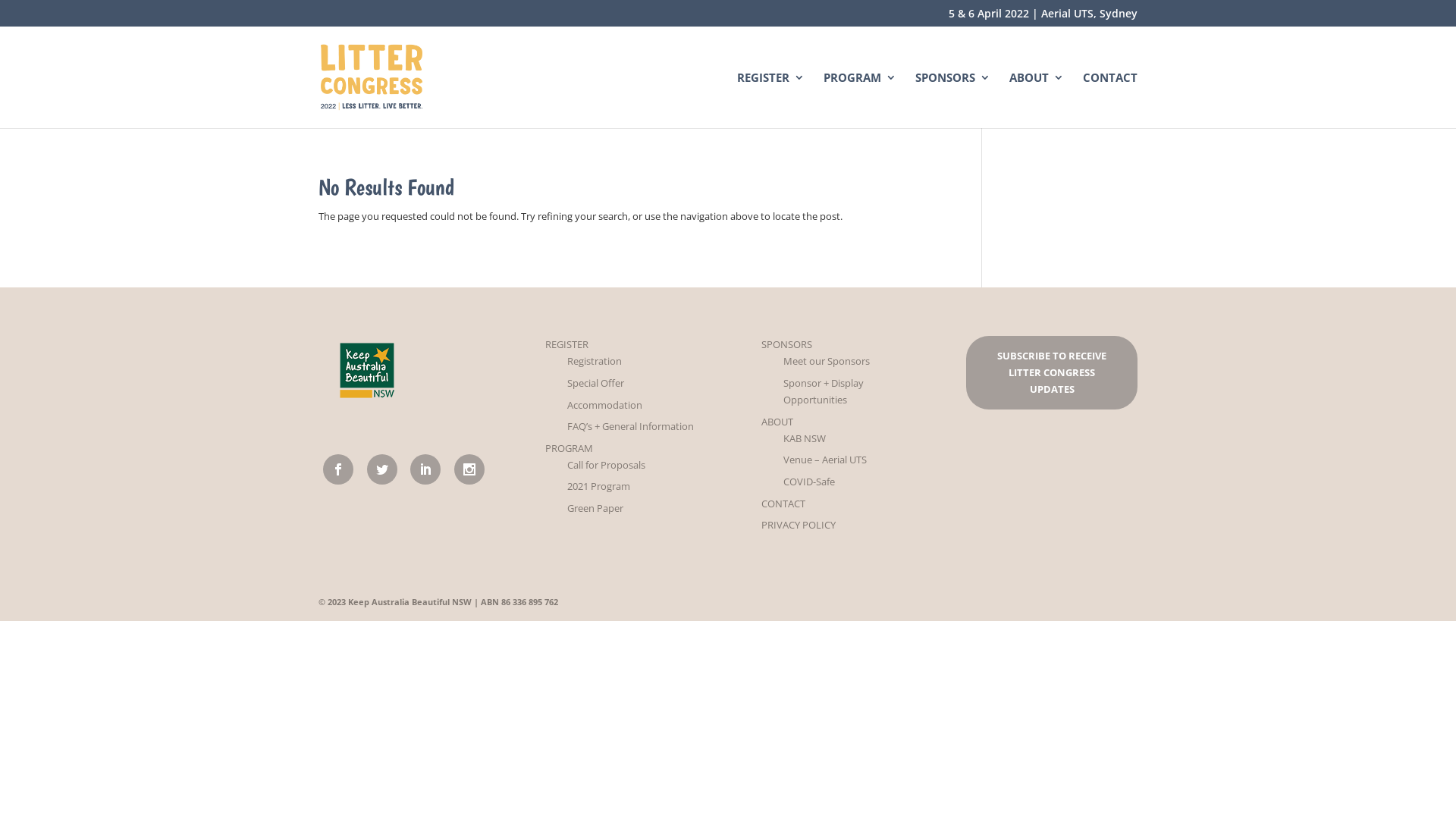 The image size is (1456, 819). What do you see at coordinates (1042, 17) in the screenshot?
I see `'5 & 6 April 2022 | Aerial UTS, Sydney'` at bounding box center [1042, 17].